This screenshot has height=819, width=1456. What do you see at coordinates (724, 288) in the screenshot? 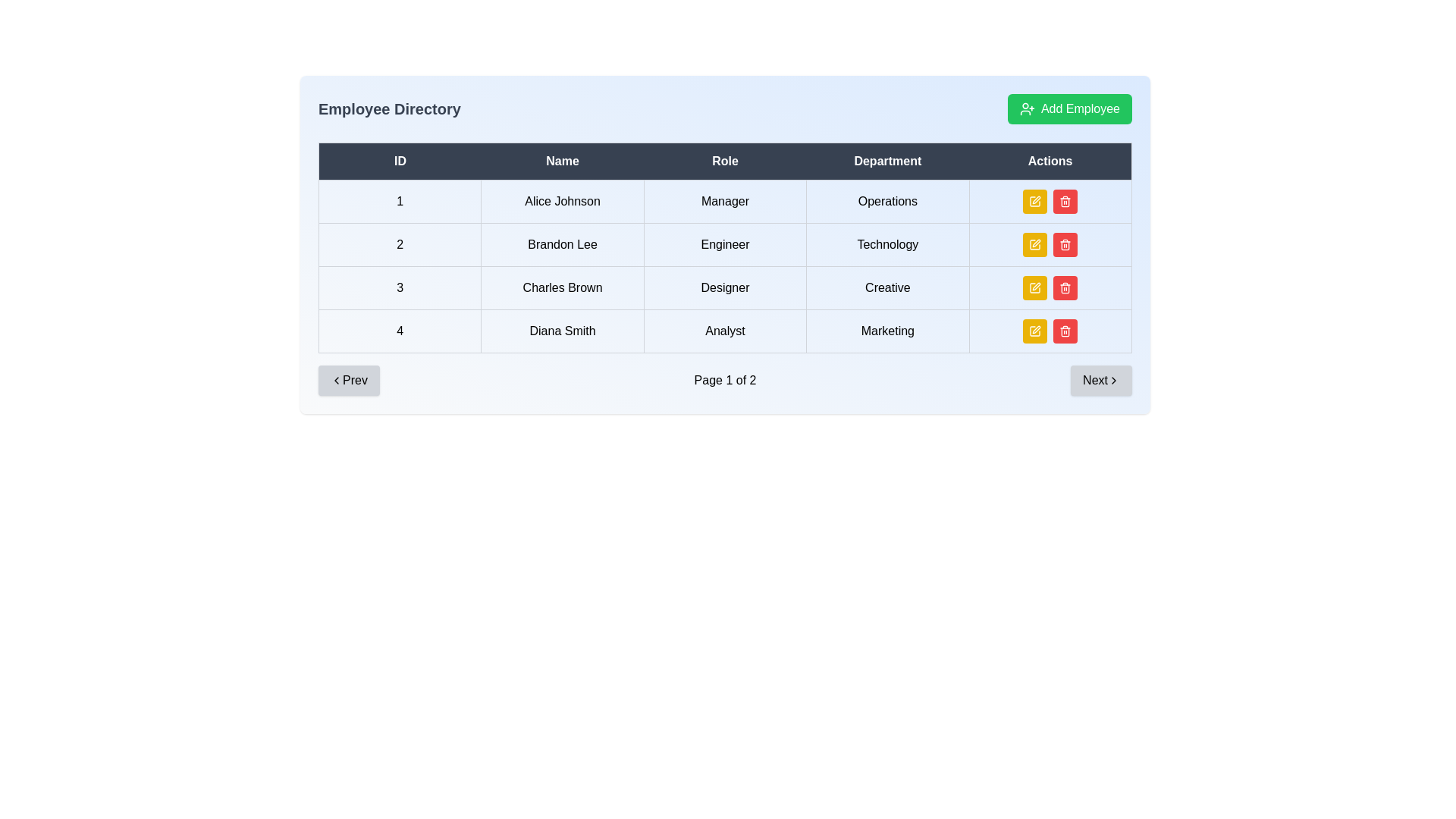
I see `the static text display field showing the job title 'Designer' assigned to Charles Brown in the third row of the table under the 'Role' column` at bounding box center [724, 288].